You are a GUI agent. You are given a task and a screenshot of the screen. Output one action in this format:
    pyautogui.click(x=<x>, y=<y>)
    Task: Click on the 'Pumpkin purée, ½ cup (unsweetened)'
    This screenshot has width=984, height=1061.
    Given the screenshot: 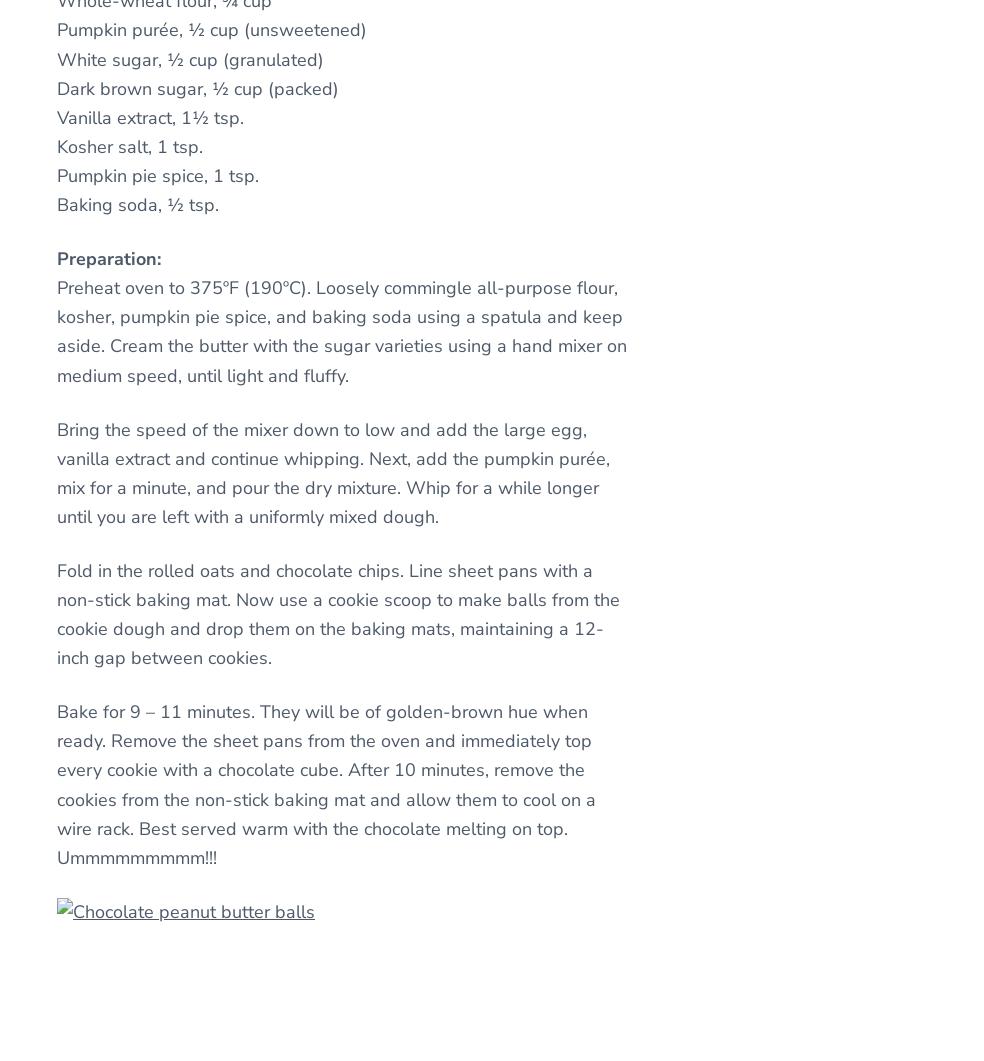 What is the action you would take?
    pyautogui.click(x=211, y=30)
    